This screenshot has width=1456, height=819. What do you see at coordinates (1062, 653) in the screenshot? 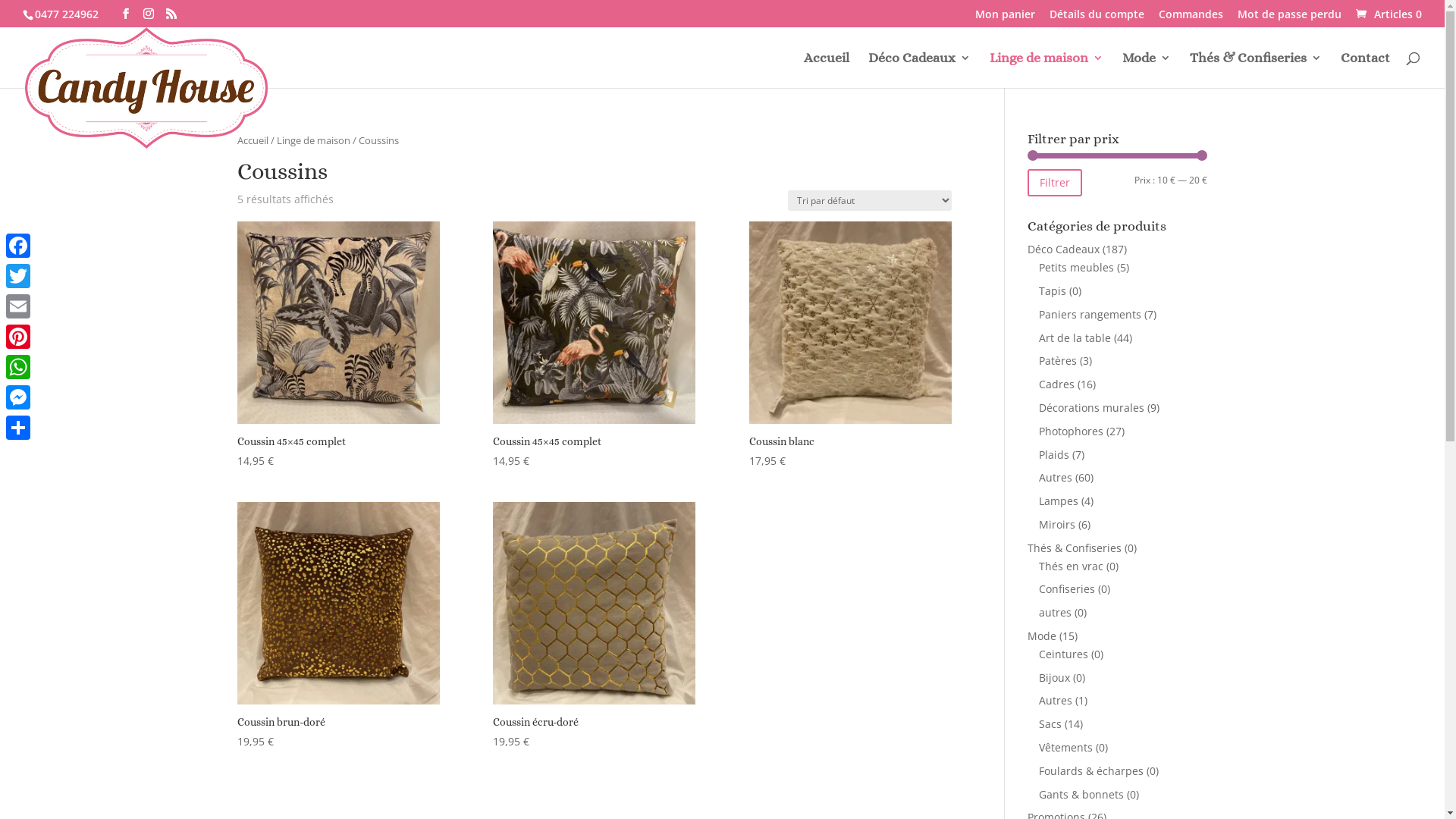
I see `'Ceintures'` at bounding box center [1062, 653].